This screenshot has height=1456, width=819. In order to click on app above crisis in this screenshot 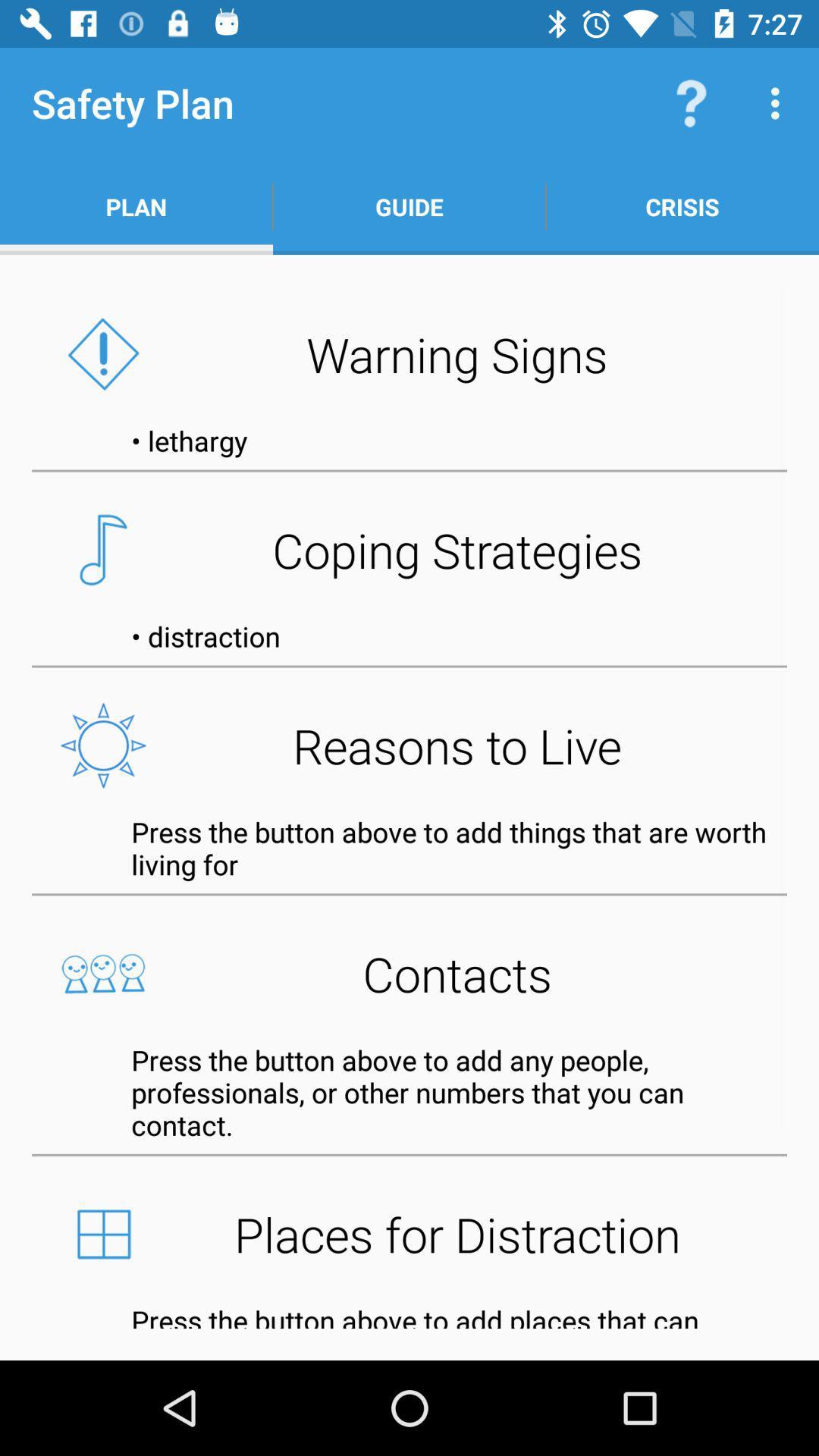, I will do `click(779, 102)`.